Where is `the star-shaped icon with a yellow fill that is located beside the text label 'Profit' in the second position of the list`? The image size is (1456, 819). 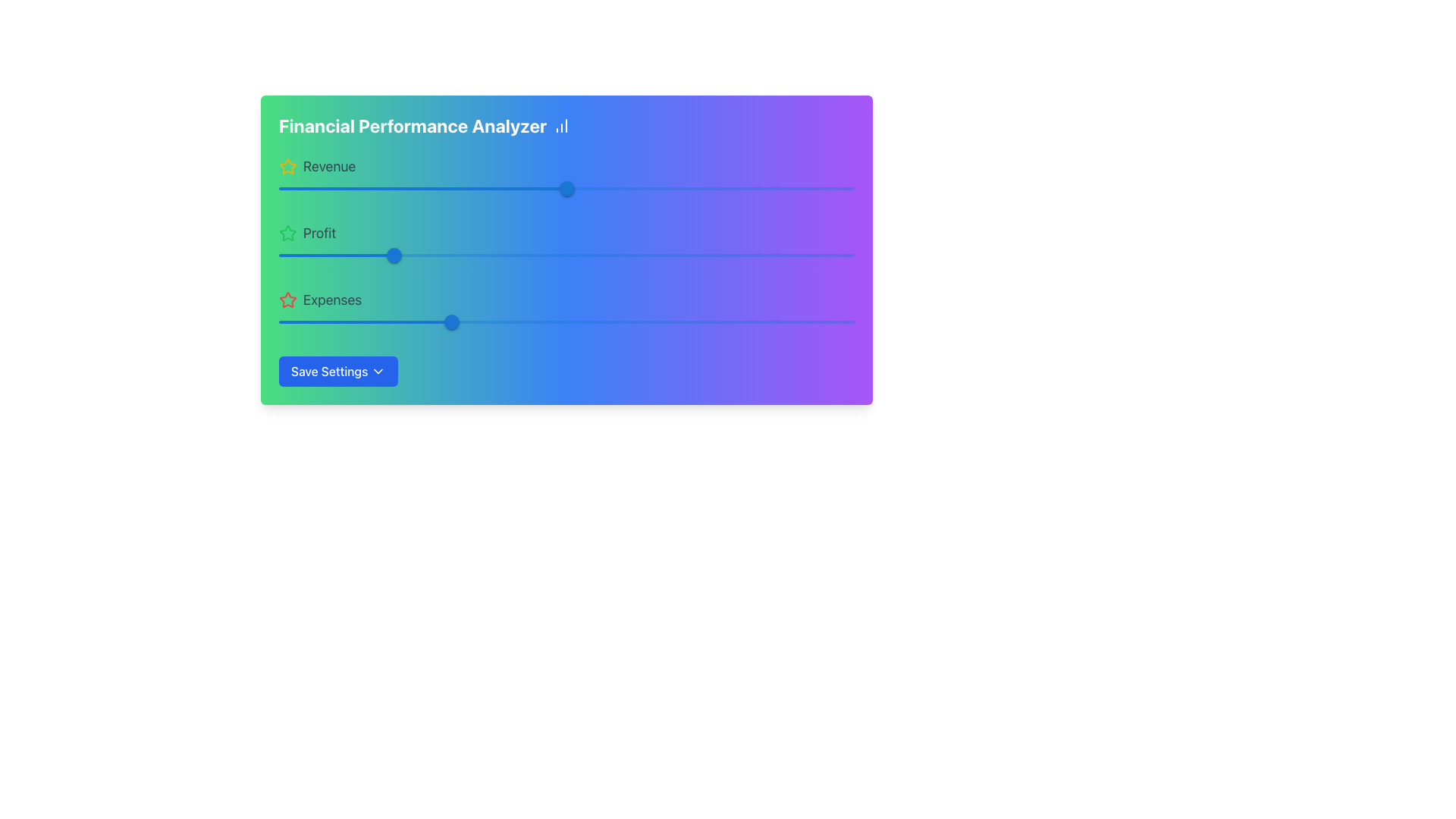
the star-shaped icon with a yellow fill that is located beside the text label 'Profit' in the second position of the list is located at coordinates (287, 166).